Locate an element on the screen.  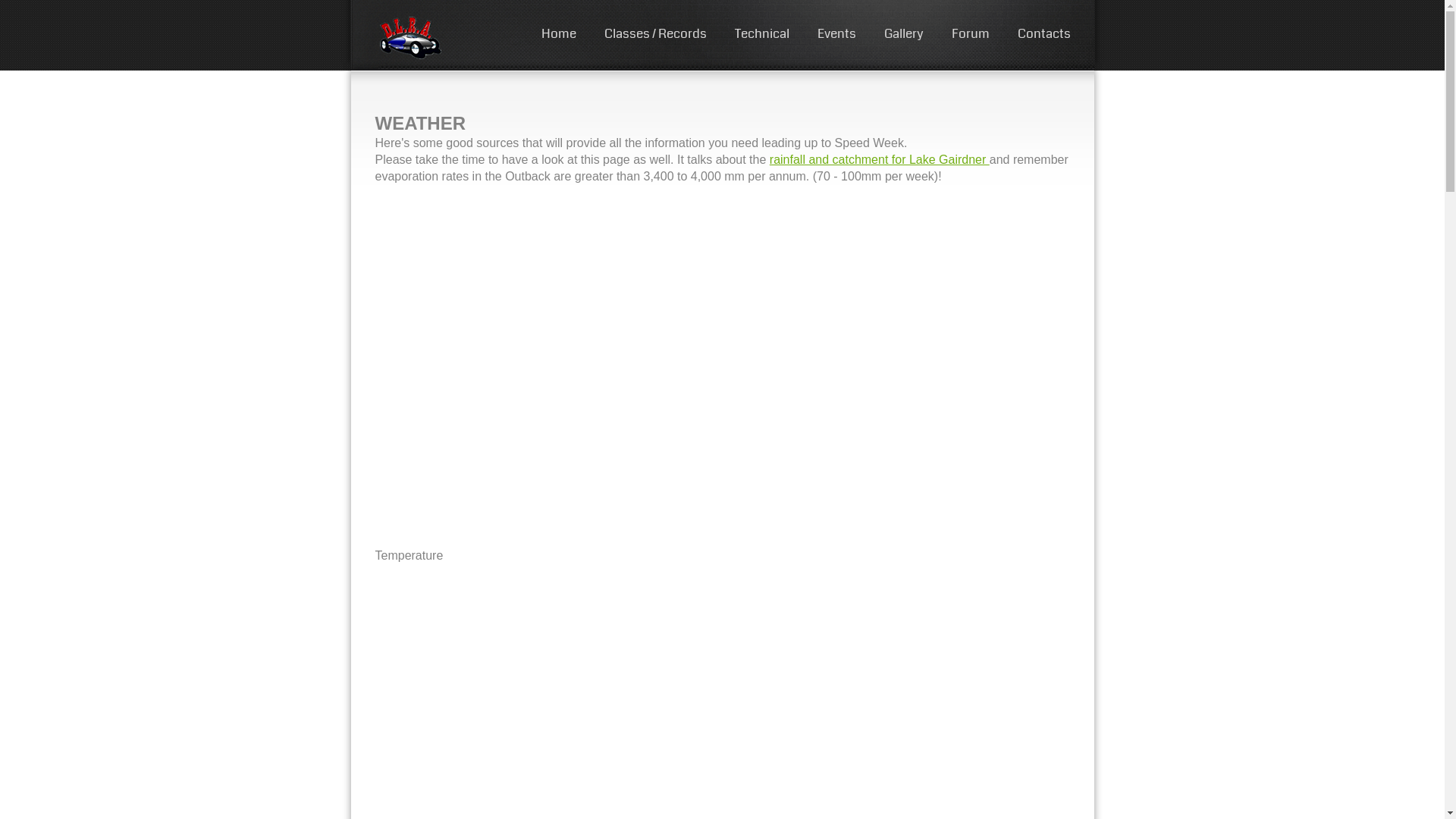
'Home' is located at coordinates (558, 33).